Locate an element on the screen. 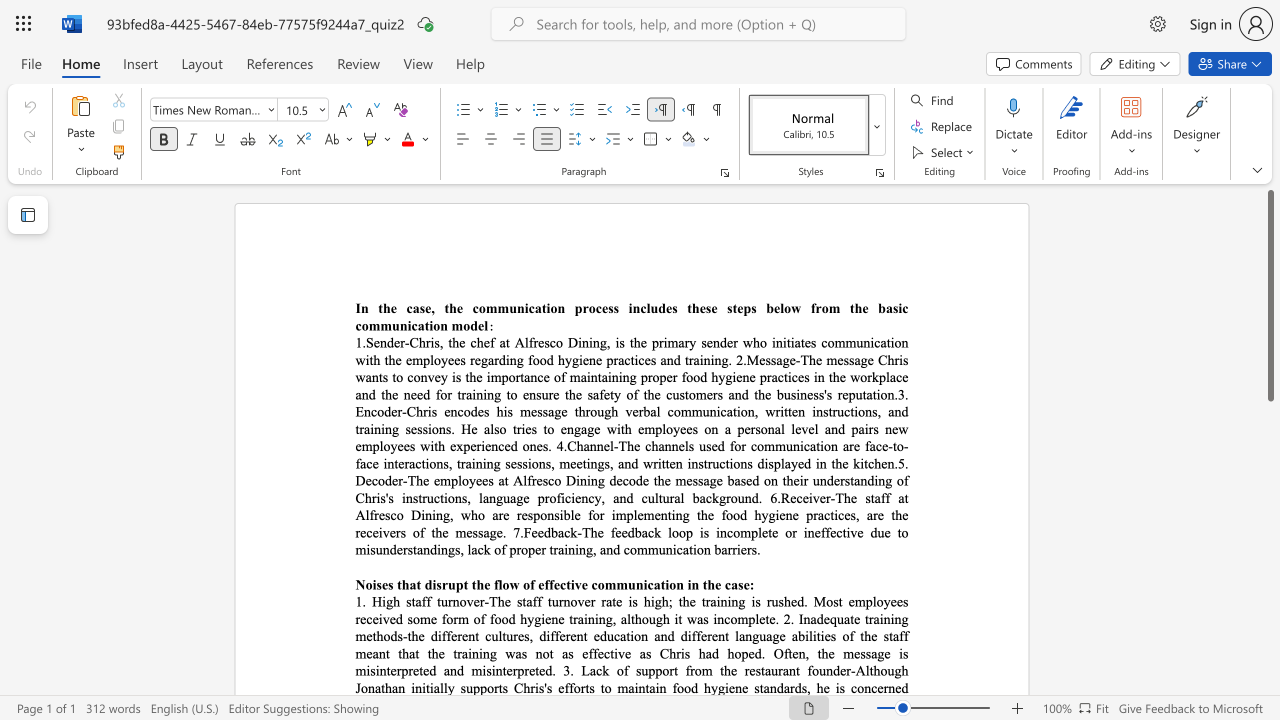 This screenshot has width=1280, height=720. the 6th character "g" in the text is located at coordinates (659, 618).